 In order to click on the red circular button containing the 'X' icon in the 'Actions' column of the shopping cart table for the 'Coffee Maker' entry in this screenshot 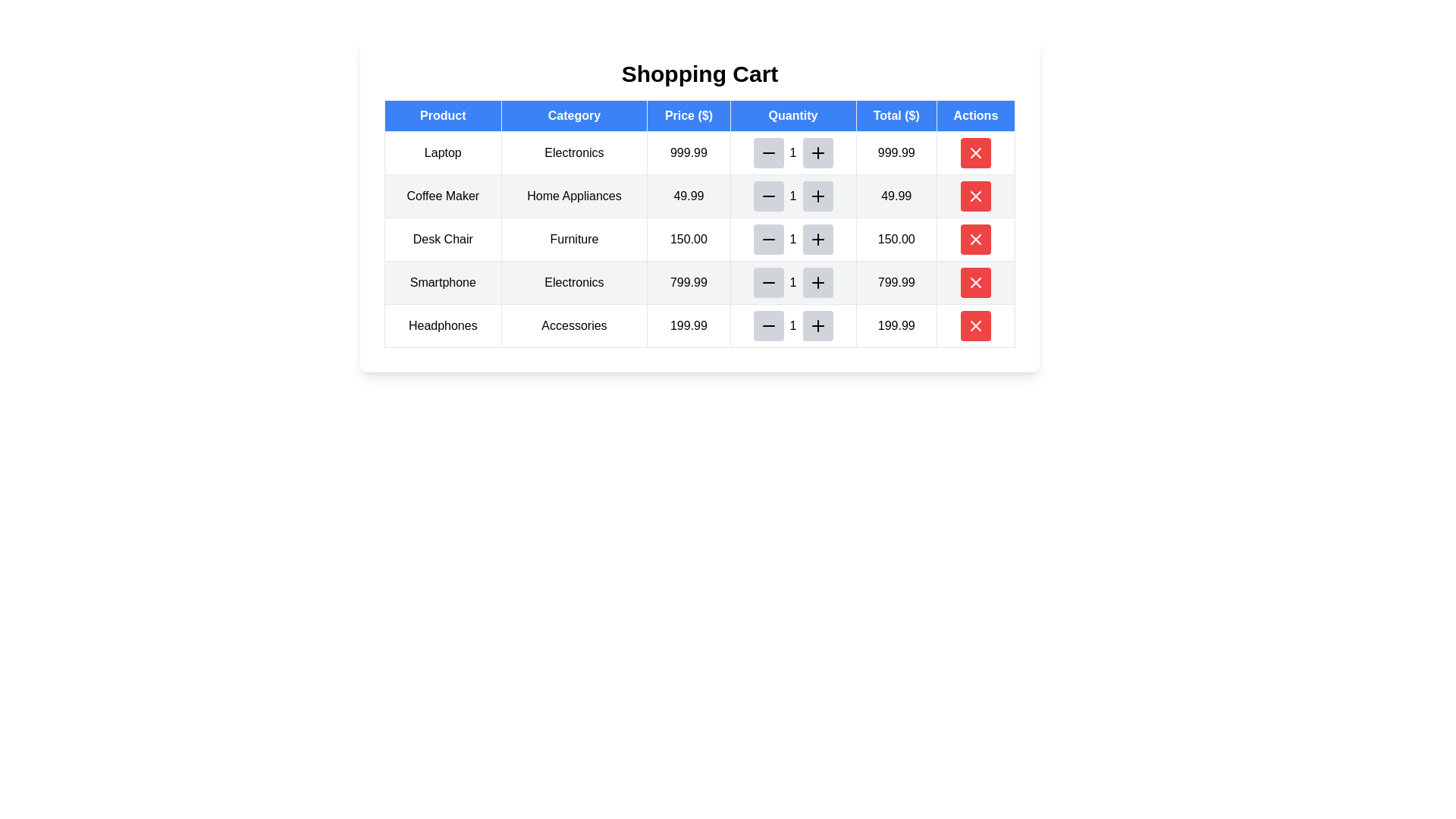, I will do `click(975, 195)`.